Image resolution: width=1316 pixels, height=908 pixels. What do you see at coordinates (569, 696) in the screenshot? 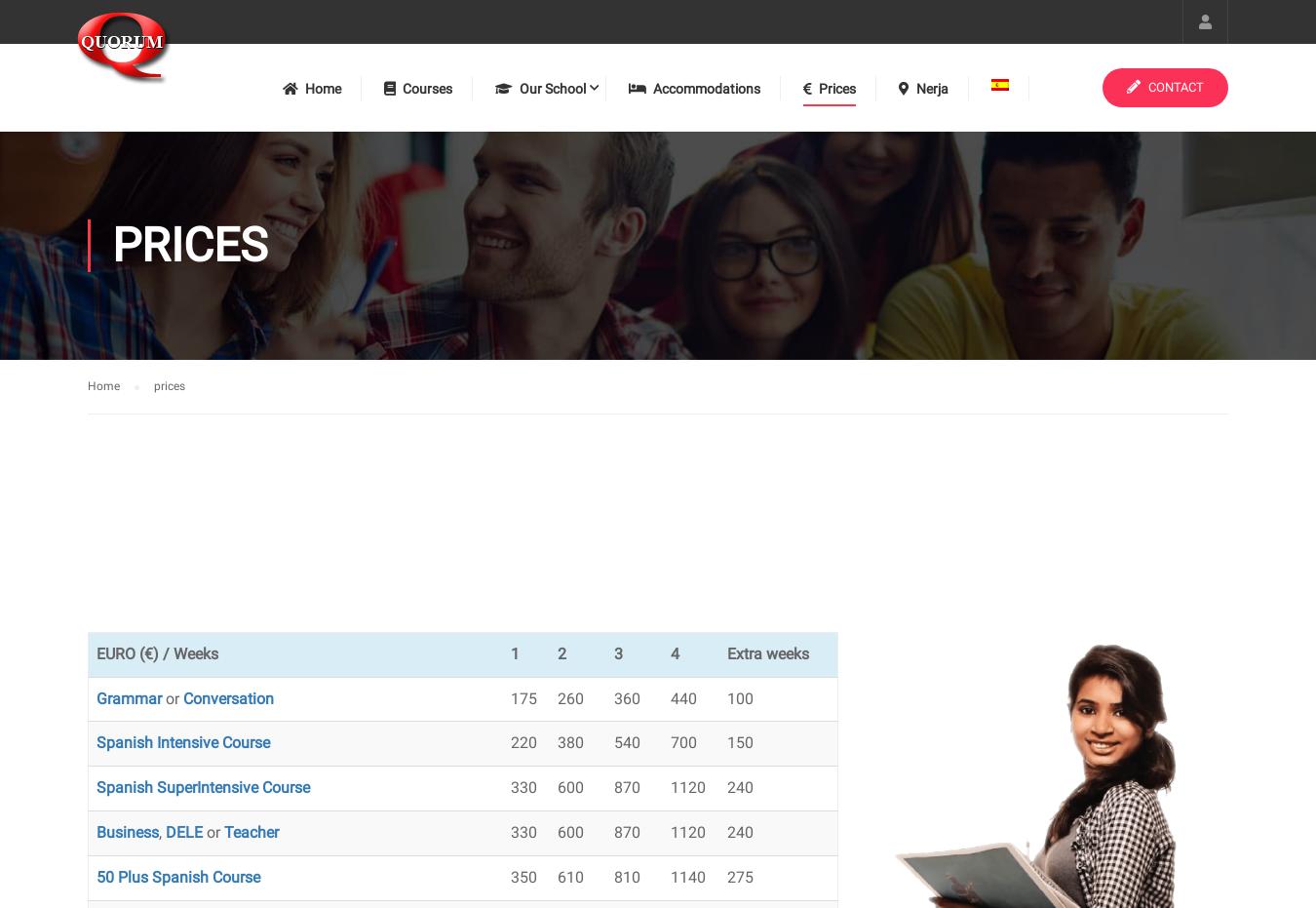
I see `'260'` at bounding box center [569, 696].